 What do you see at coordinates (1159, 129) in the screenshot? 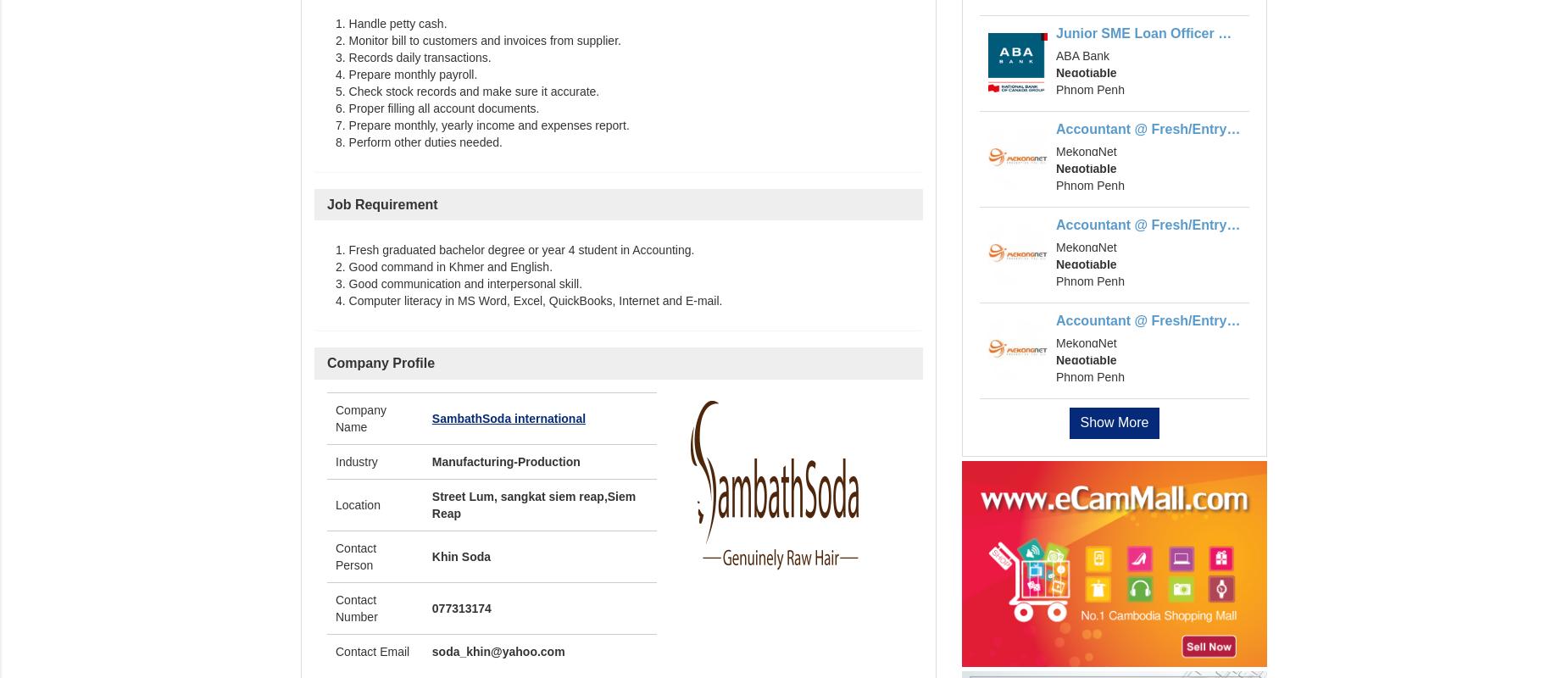
I see `'Accountant @ Fresh/Entry Level'` at bounding box center [1159, 129].